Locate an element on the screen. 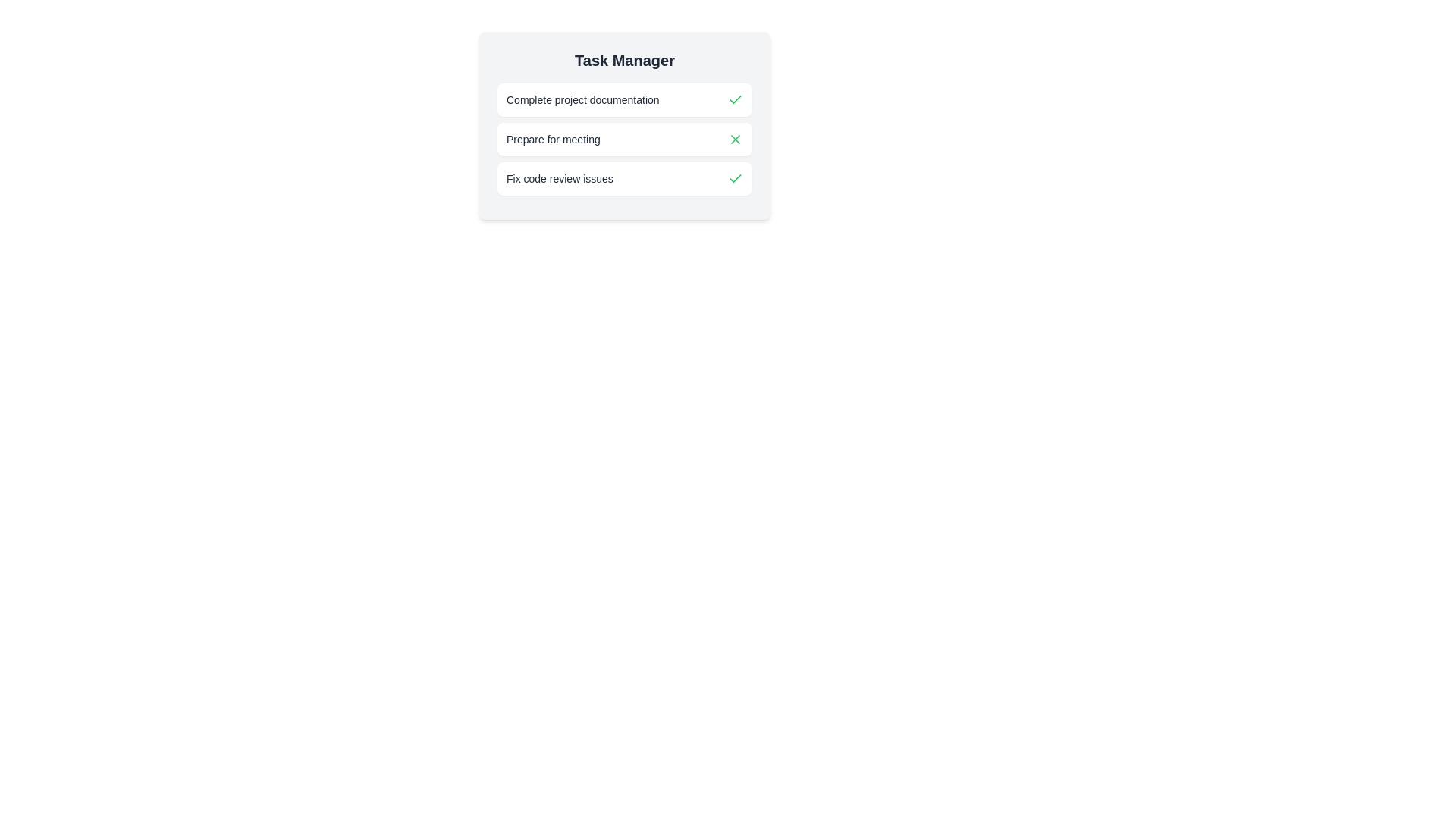 The height and width of the screenshot is (819, 1456). the small 'X' icon button with a green outline, located next to the text 'Prepare for meeting' in the task list to change its color is located at coordinates (735, 140).